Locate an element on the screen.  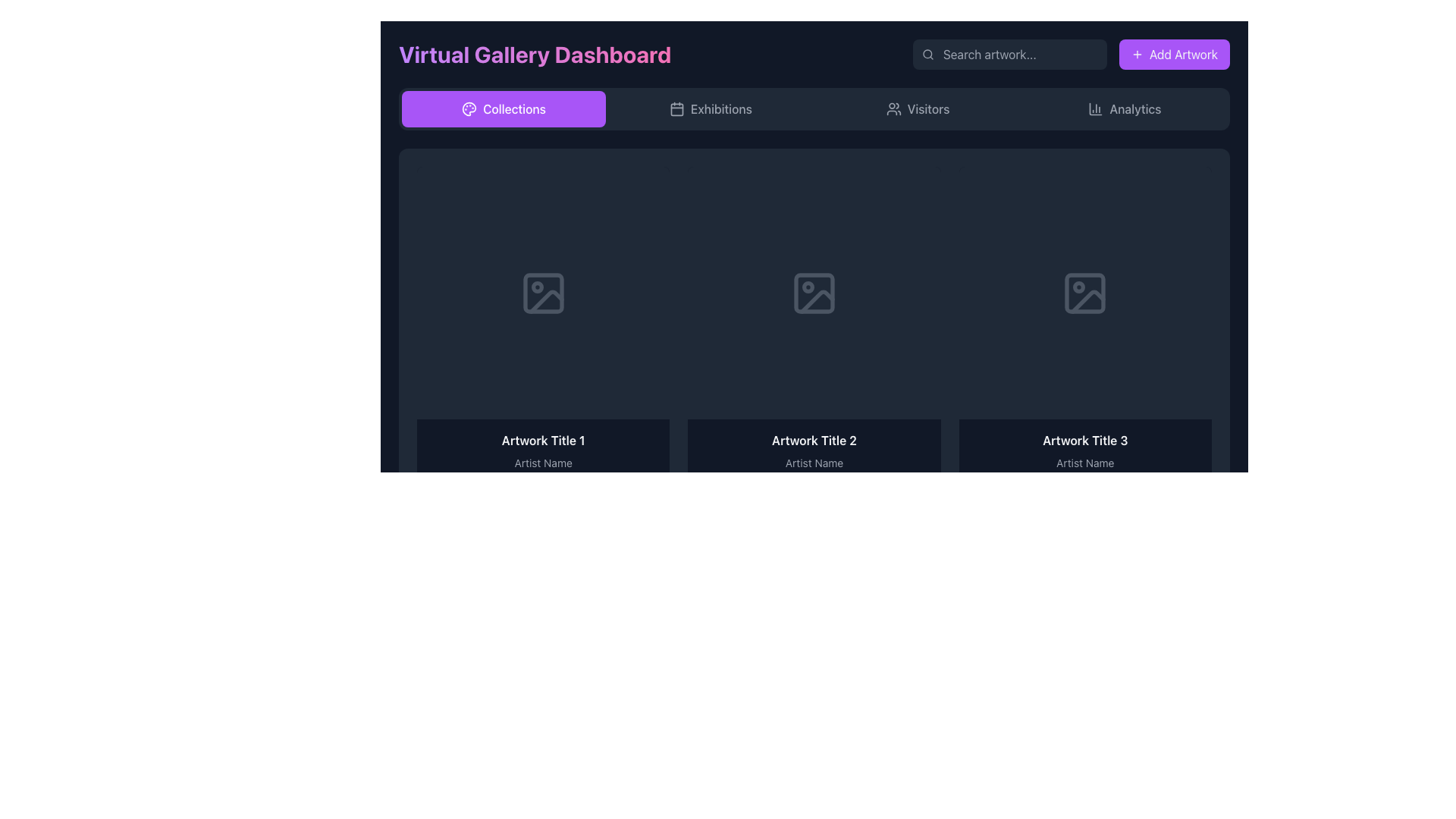
the fourth button in the top navigation menu, which leads to the Analytics section is located at coordinates (1125, 108).